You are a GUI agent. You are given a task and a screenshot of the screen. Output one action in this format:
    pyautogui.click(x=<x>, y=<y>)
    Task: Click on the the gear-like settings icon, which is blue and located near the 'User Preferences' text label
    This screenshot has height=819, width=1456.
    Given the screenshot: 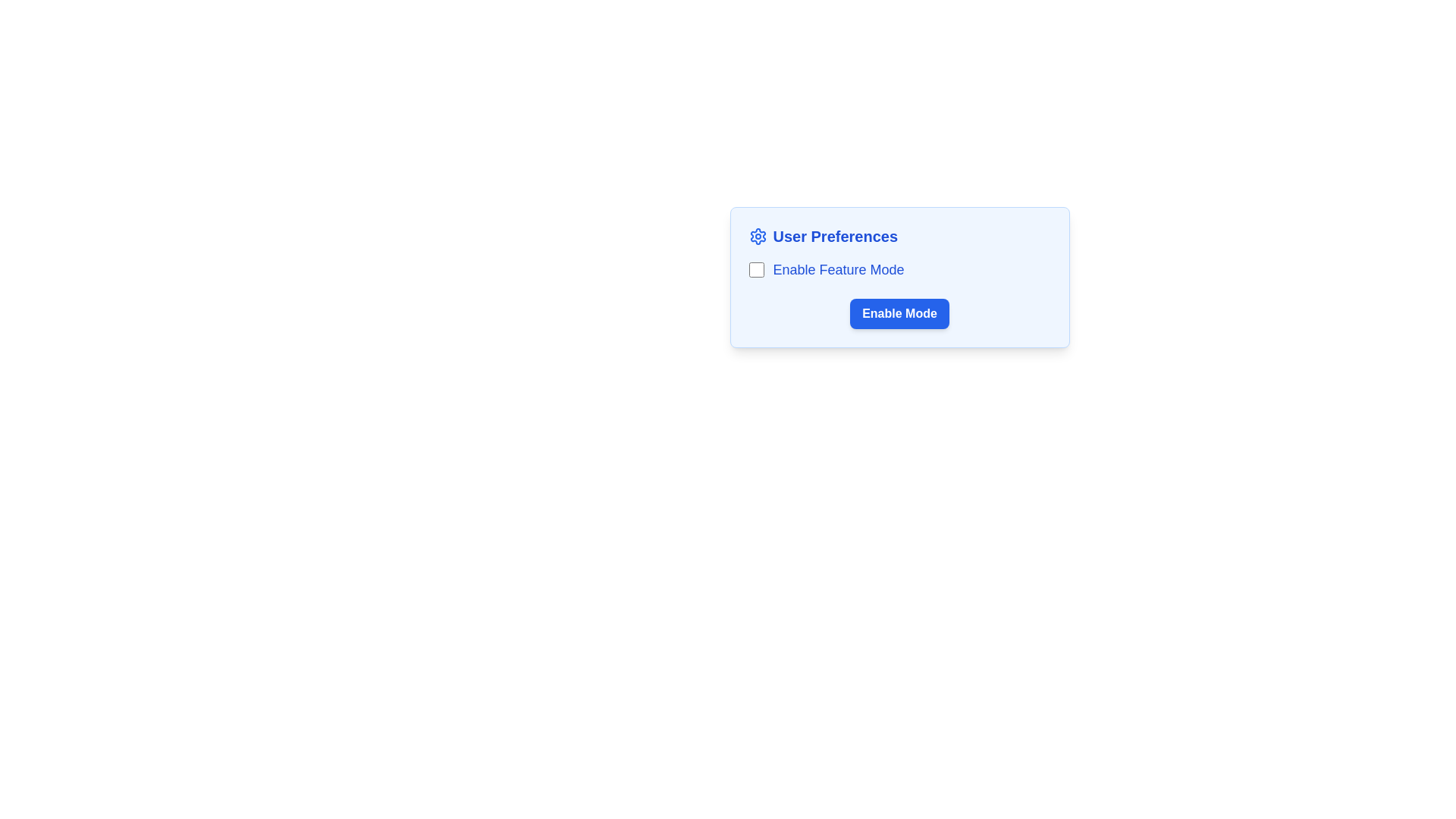 What is the action you would take?
    pyautogui.click(x=758, y=237)
    